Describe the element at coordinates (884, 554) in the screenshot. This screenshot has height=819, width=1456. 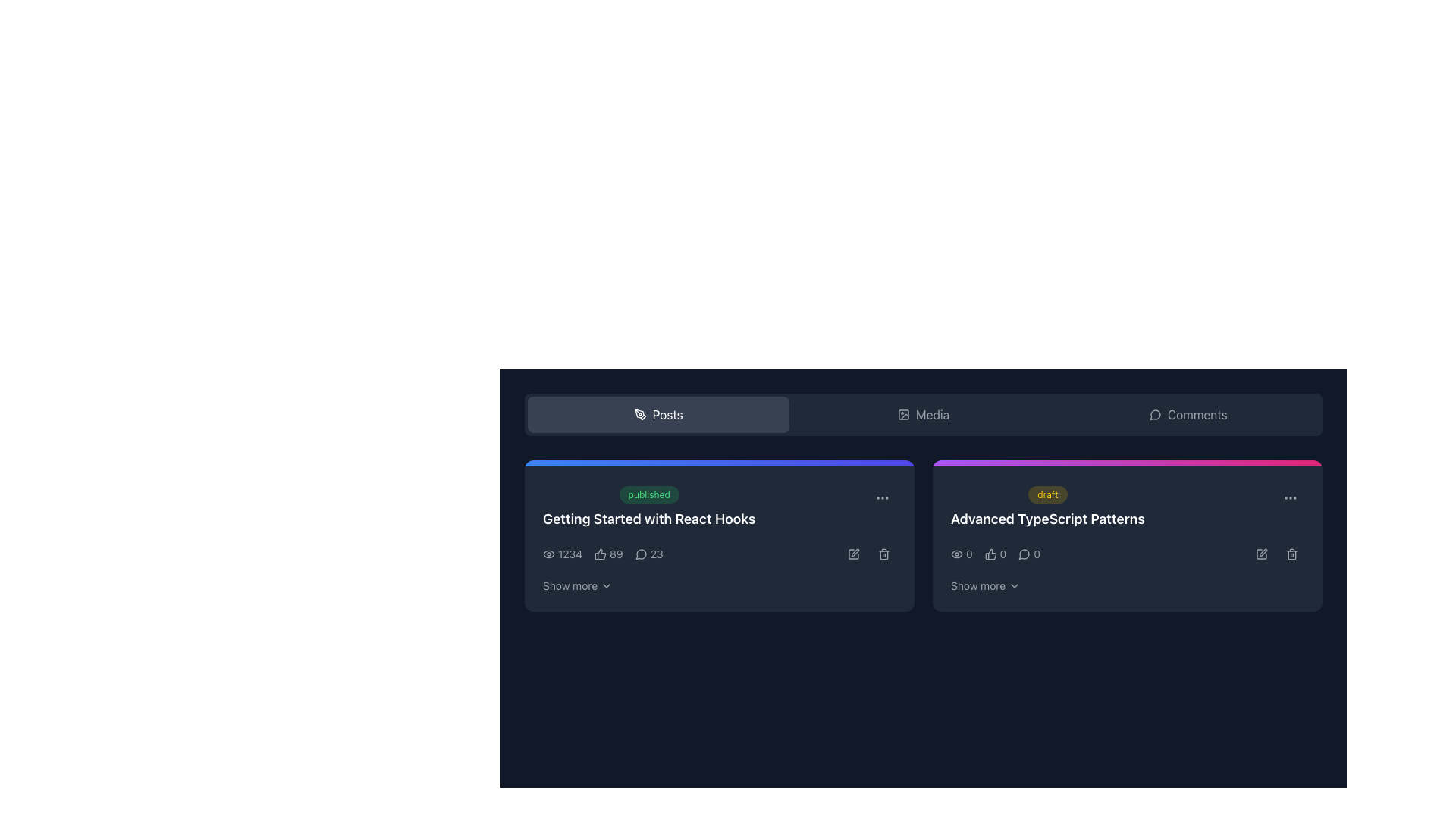
I see `the delete button located in the upper-right corner of the 'Getting Started with React Hooks' post card` at that location.